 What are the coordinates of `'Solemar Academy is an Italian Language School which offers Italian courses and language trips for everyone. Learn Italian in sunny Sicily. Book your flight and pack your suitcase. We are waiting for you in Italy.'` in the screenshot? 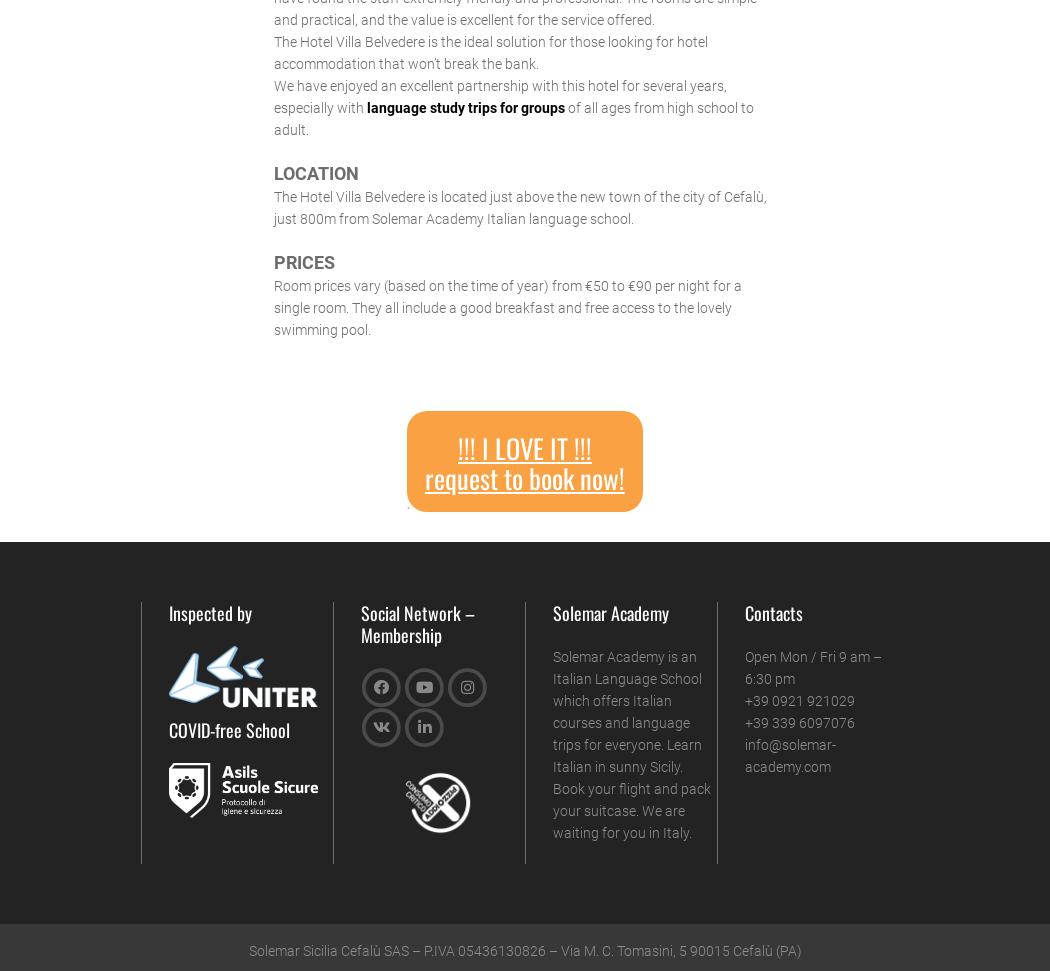 It's located at (631, 742).